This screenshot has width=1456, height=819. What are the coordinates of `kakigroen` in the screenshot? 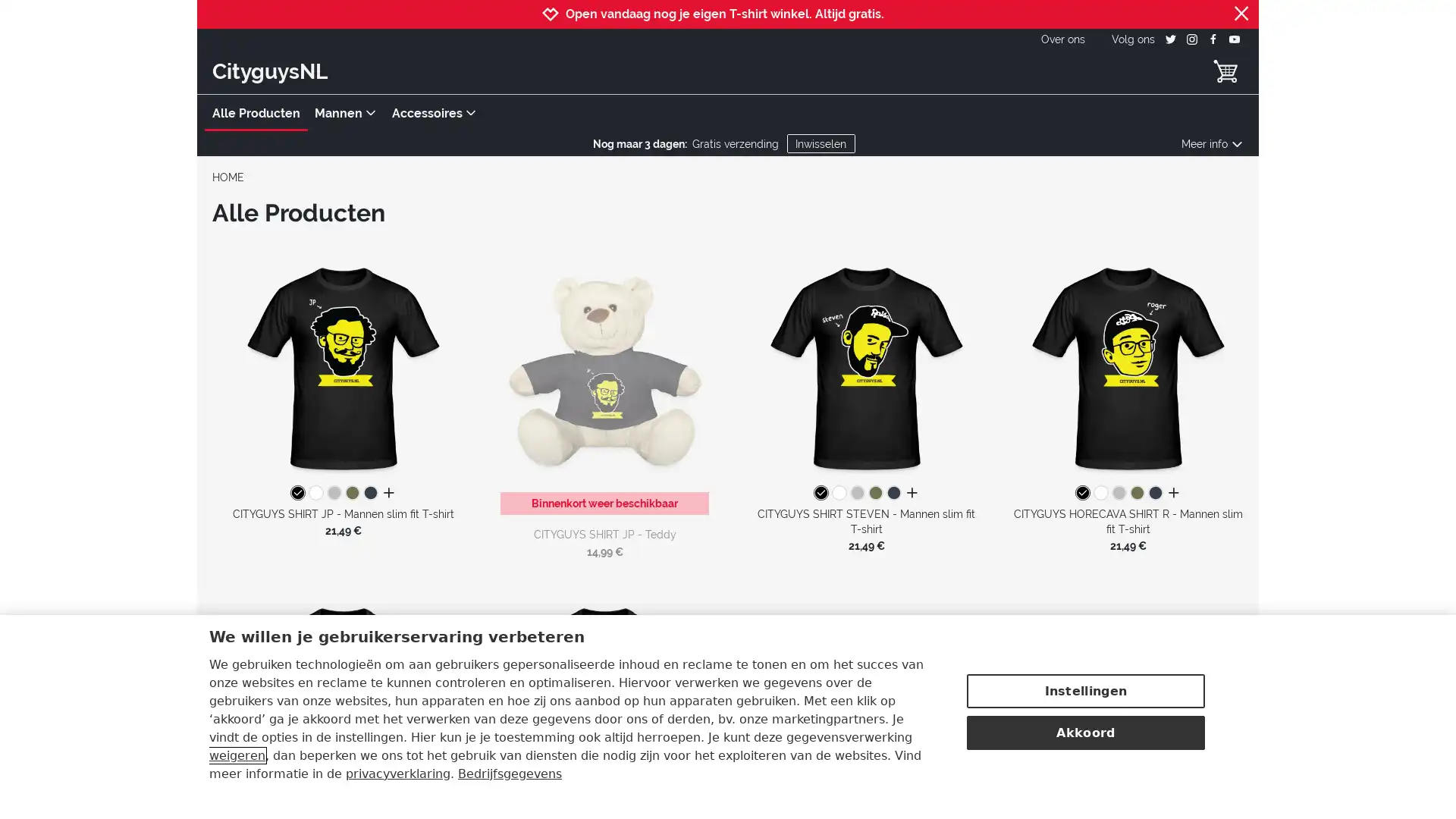 It's located at (874, 494).